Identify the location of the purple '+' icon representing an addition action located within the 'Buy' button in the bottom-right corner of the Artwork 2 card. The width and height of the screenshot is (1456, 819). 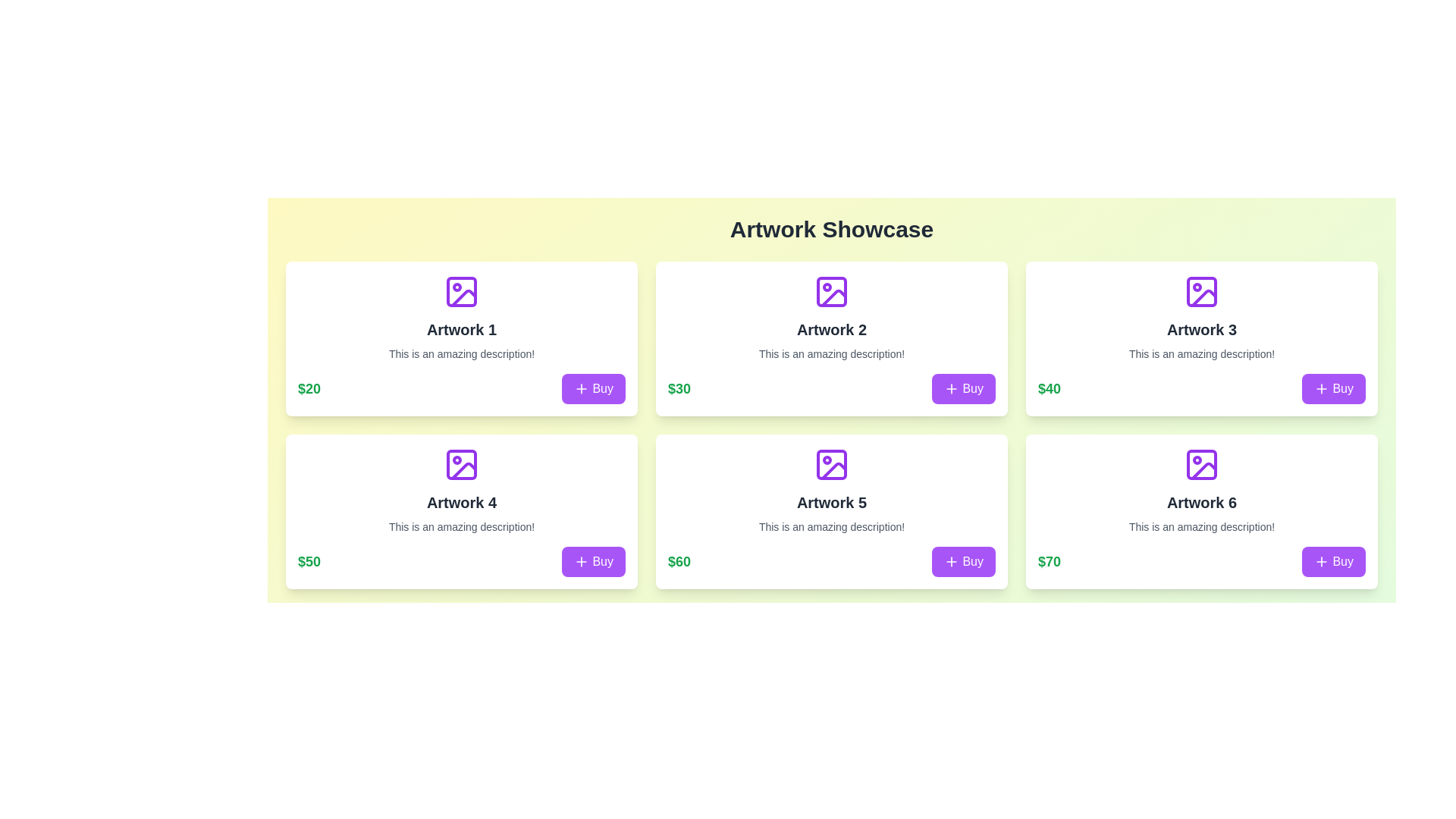
(951, 388).